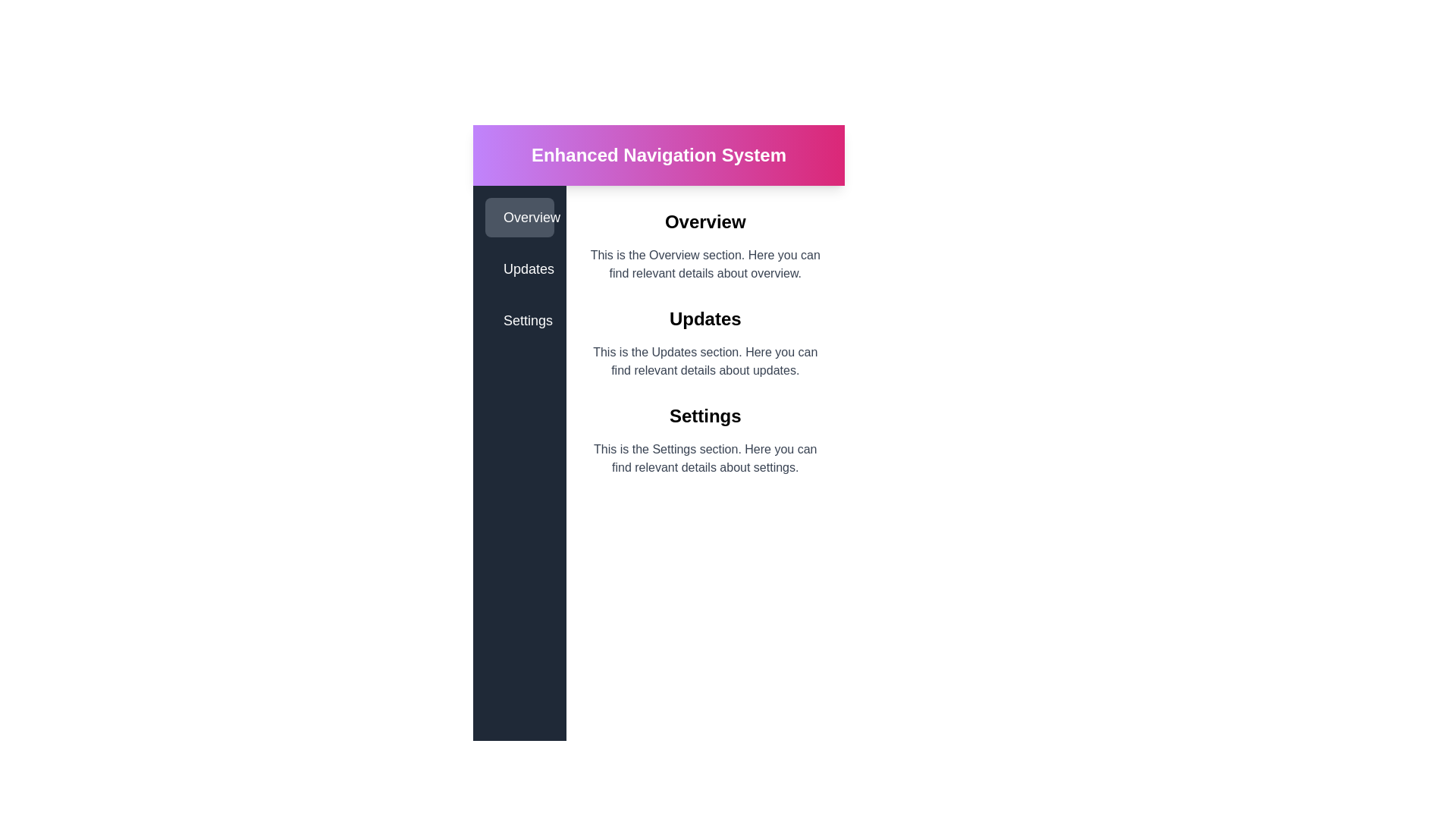 Image resolution: width=1456 pixels, height=819 pixels. I want to click on the bold text label 'Enhanced Navigation System' to potentially trigger visual effects, so click(658, 155).